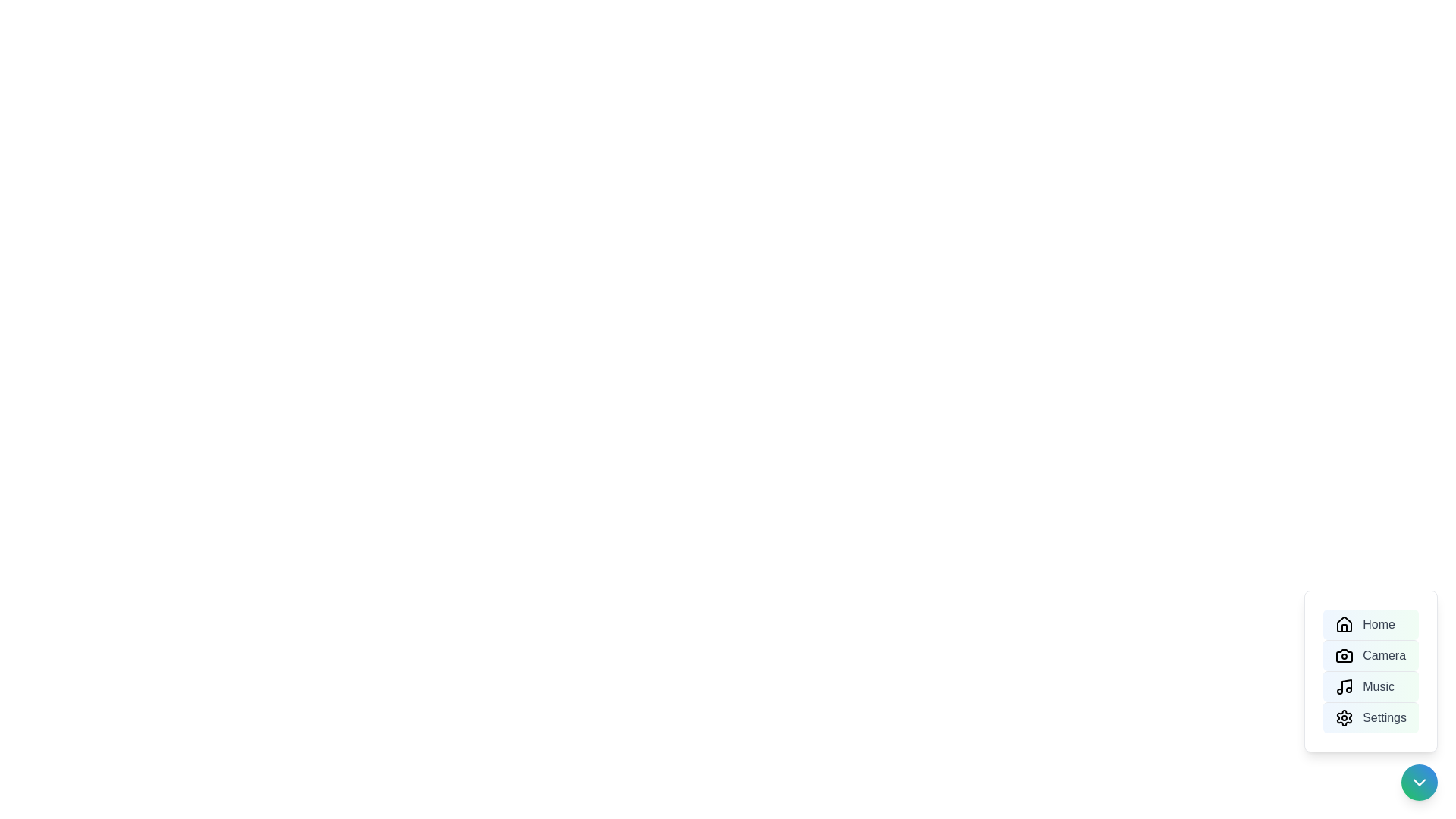  What do you see at coordinates (1371, 654) in the screenshot?
I see `the menu option Camera to highlight it` at bounding box center [1371, 654].